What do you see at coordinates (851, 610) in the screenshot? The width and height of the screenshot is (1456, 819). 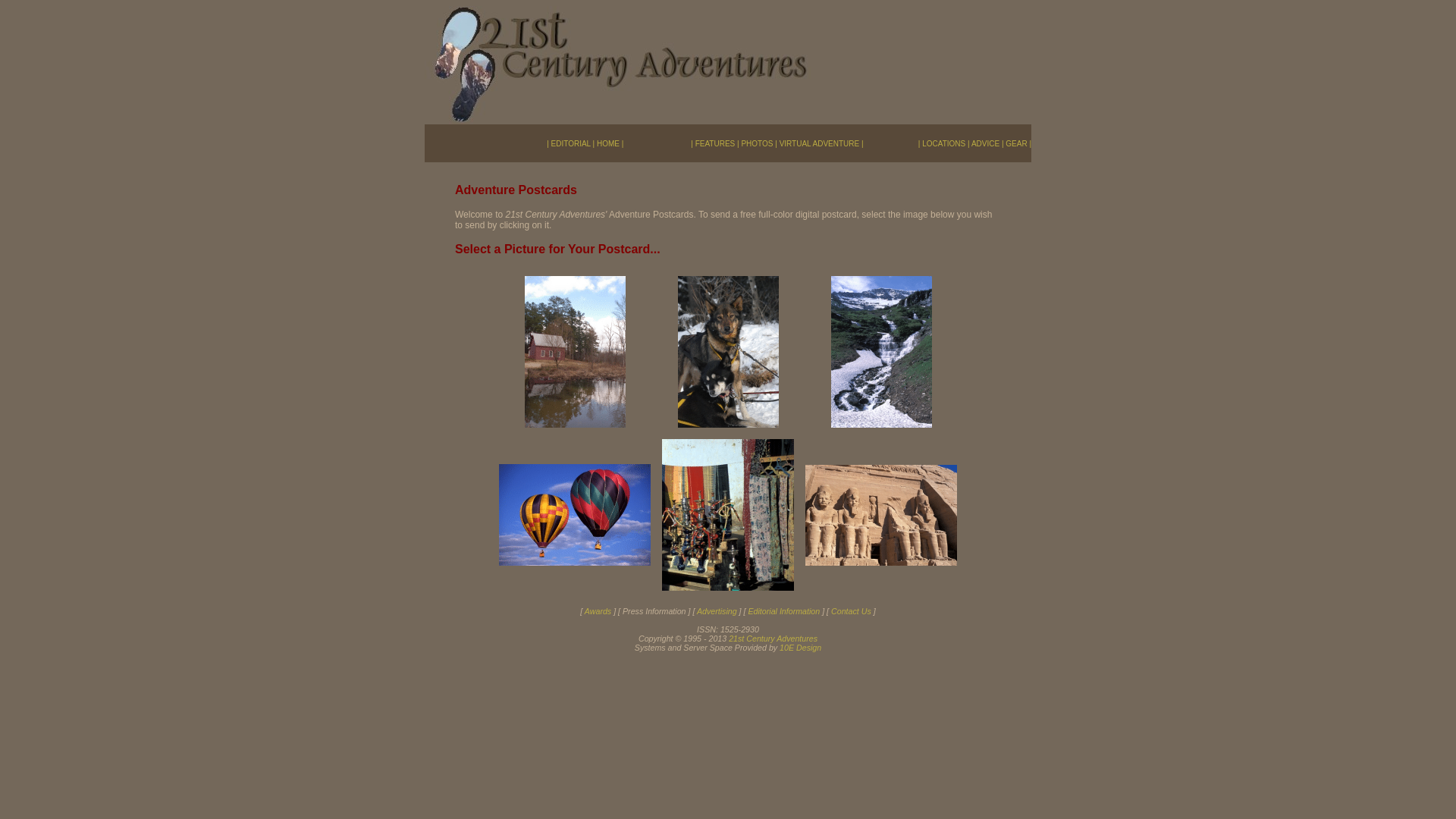 I see `'Contact Us'` at bounding box center [851, 610].